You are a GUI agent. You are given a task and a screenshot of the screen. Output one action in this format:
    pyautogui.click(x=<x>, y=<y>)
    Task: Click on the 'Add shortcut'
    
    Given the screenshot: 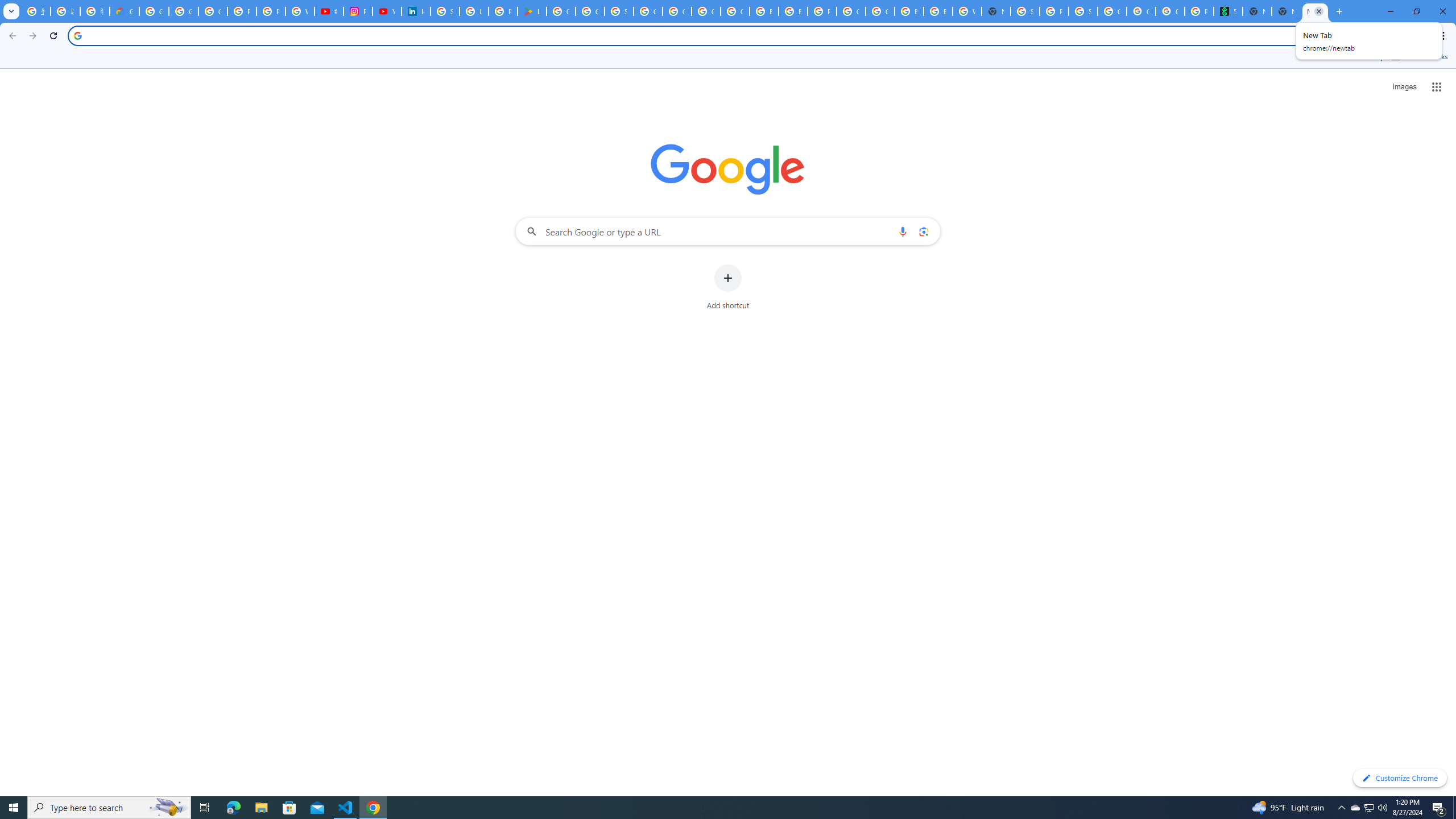 What is the action you would take?
    pyautogui.click(x=728, y=287)
    